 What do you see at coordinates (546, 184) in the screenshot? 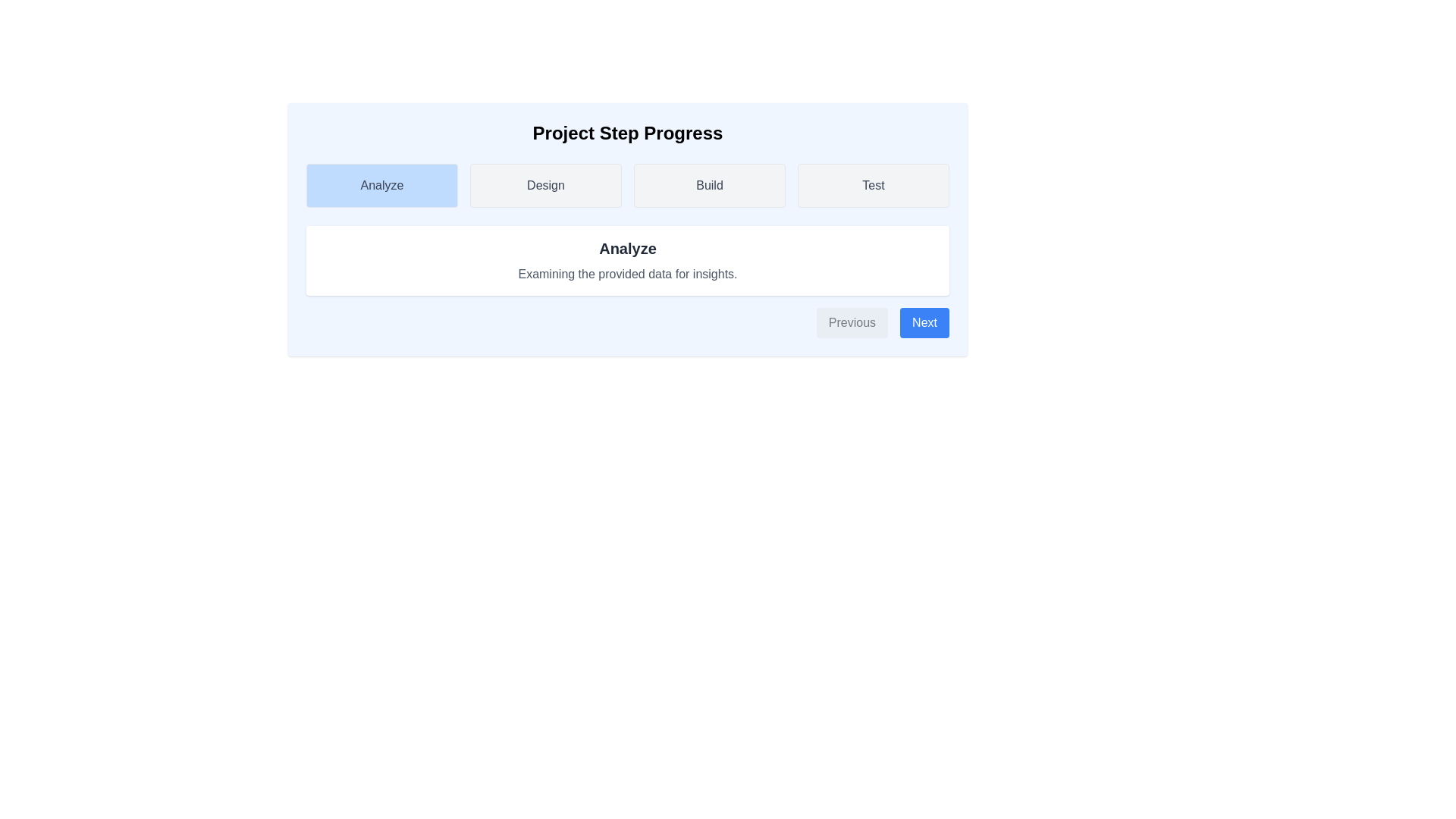
I see `text of the 'Design' label located in the center of the rounded rectangular button, which is the second item in the horizontal list of step buttons under 'Project Step Progress'` at bounding box center [546, 184].